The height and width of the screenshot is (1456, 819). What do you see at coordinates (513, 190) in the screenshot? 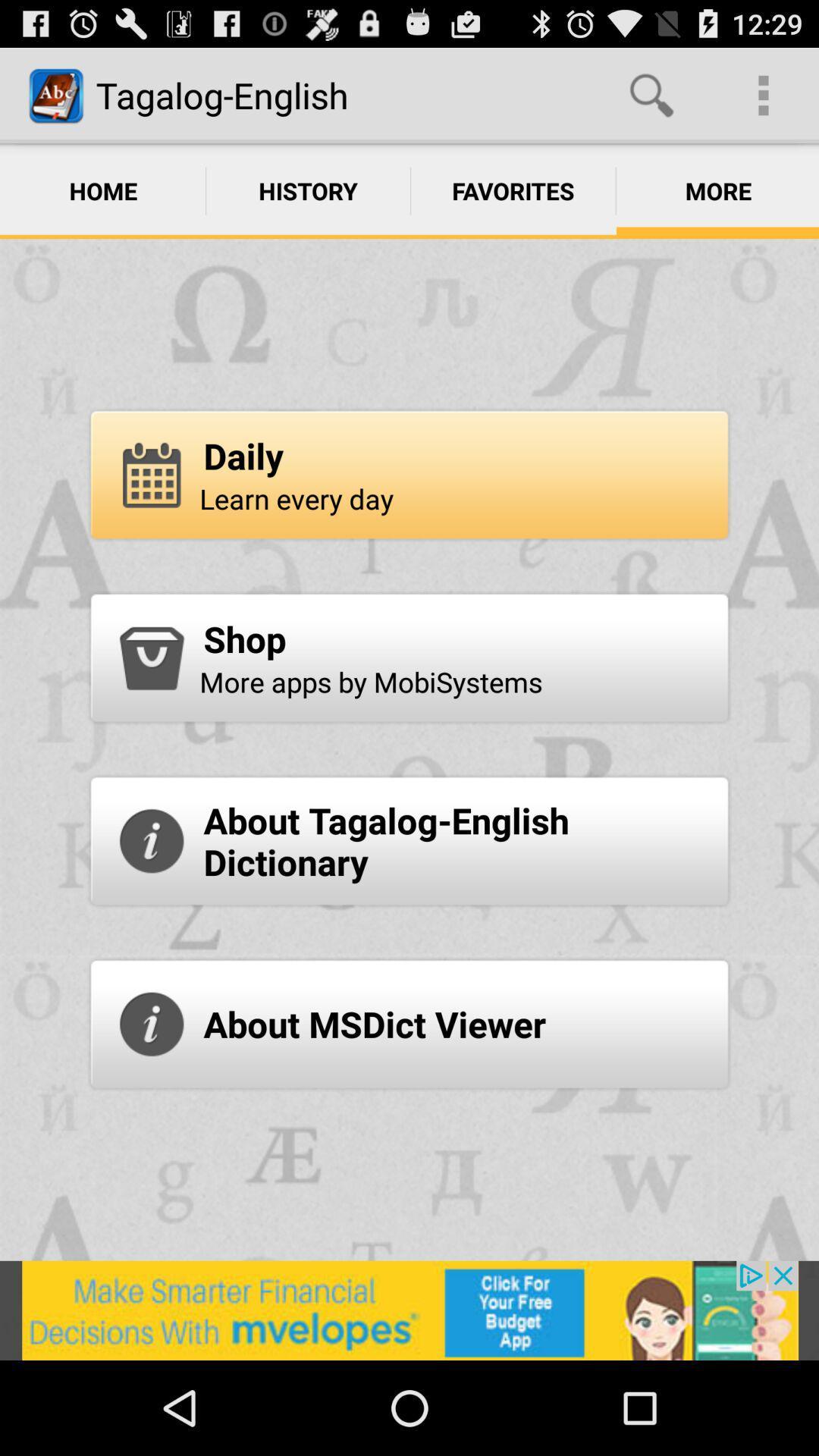
I see `the option favorites` at bounding box center [513, 190].